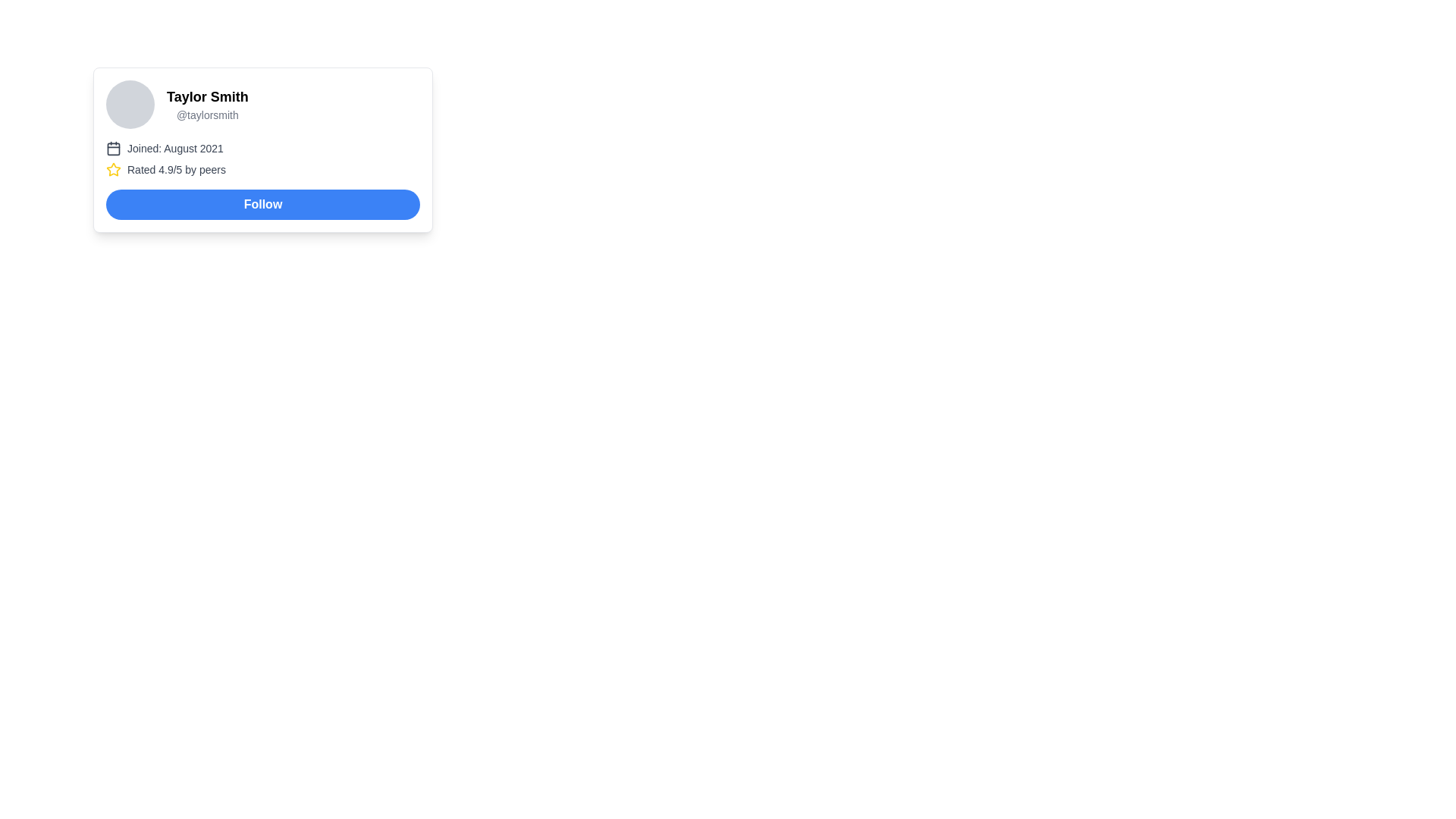 Image resolution: width=1456 pixels, height=819 pixels. Describe the element at coordinates (176, 169) in the screenshot. I see `the static text displaying 'Rated 4.9/5 by peers' in light gray font, located within the profile card under the user's profile name and description, to the right of the yellow star icon` at that location.